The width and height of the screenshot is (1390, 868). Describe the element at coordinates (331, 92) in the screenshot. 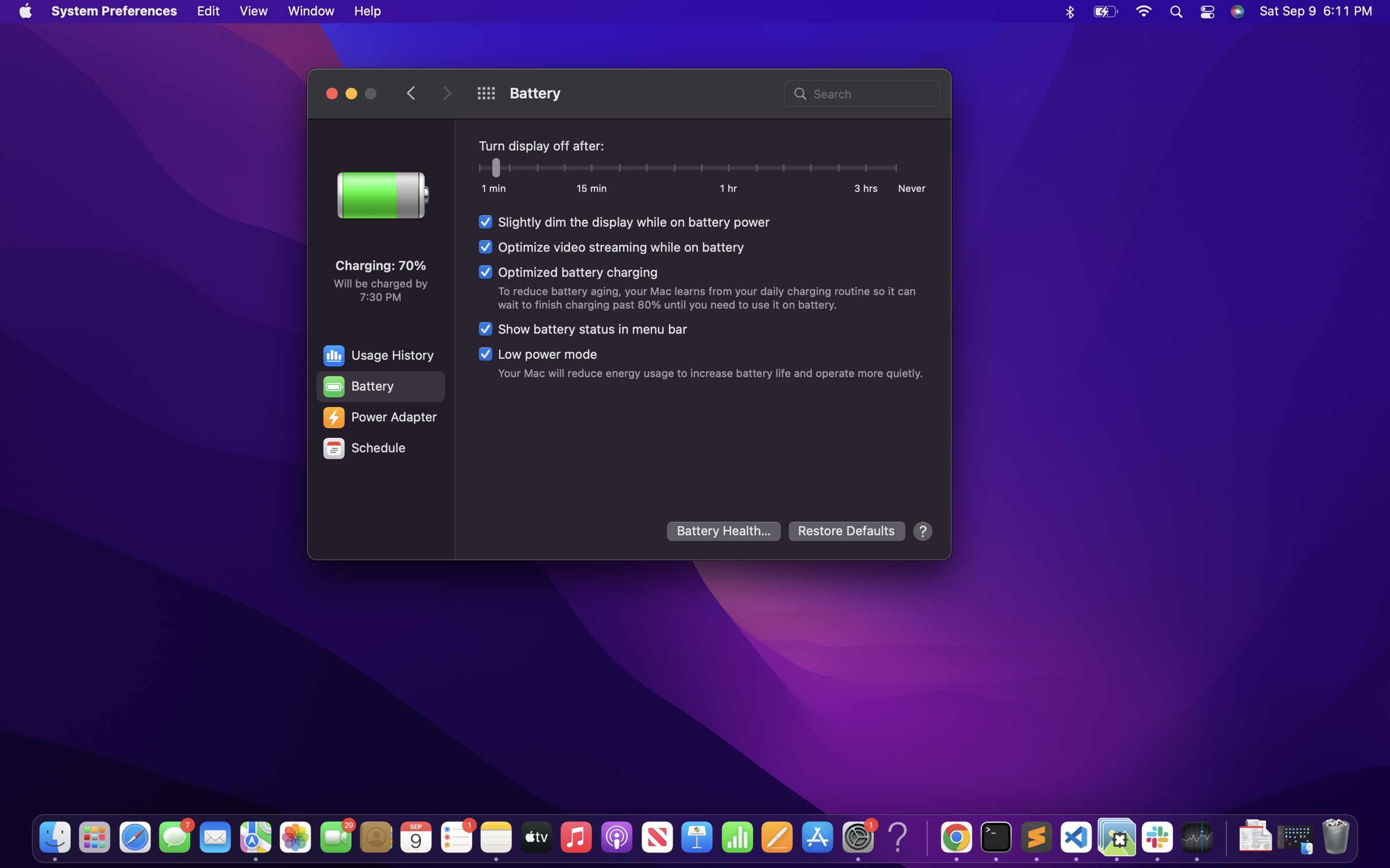

I see `Close the current window` at that location.